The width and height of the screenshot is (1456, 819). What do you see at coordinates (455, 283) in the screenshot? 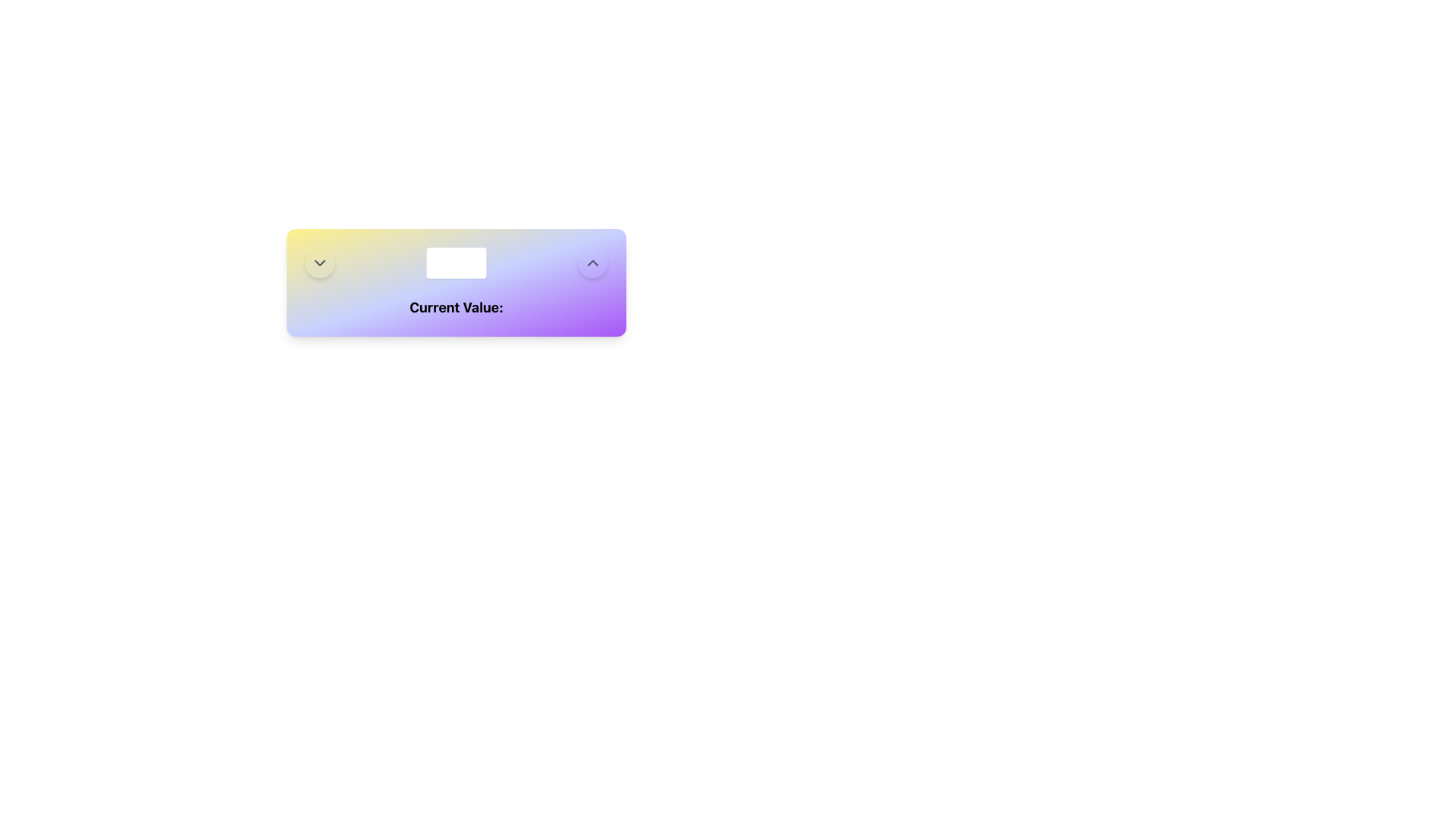
I see `the composite UI element containing the heading 'Current Value:', number input field, and interactive arrow buttons for incrementing and decrementing values` at bounding box center [455, 283].